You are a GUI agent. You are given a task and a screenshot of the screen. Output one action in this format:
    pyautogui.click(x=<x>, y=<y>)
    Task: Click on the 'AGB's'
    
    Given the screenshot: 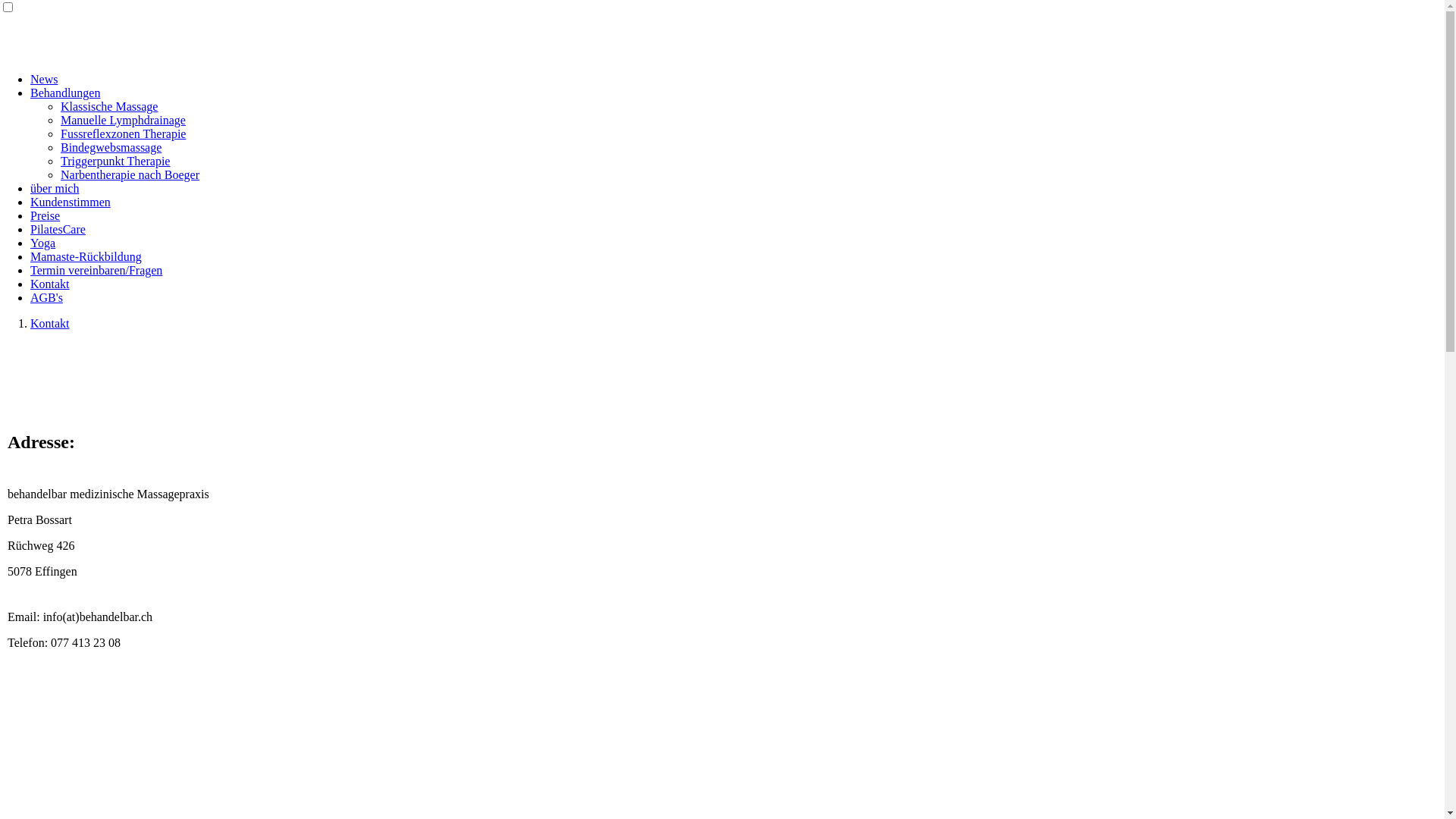 What is the action you would take?
    pyautogui.click(x=46, y=297)
    